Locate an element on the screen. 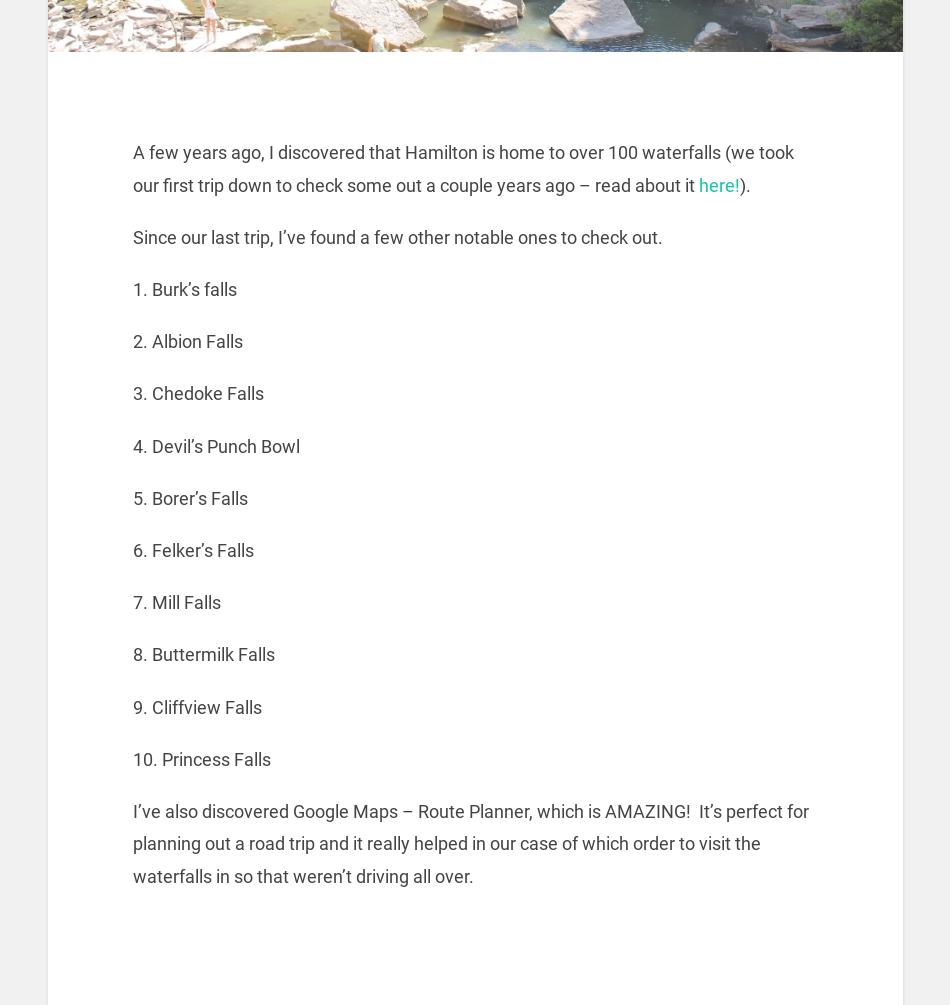  '7. Mill Falls' is located at coordinates (176, 601).